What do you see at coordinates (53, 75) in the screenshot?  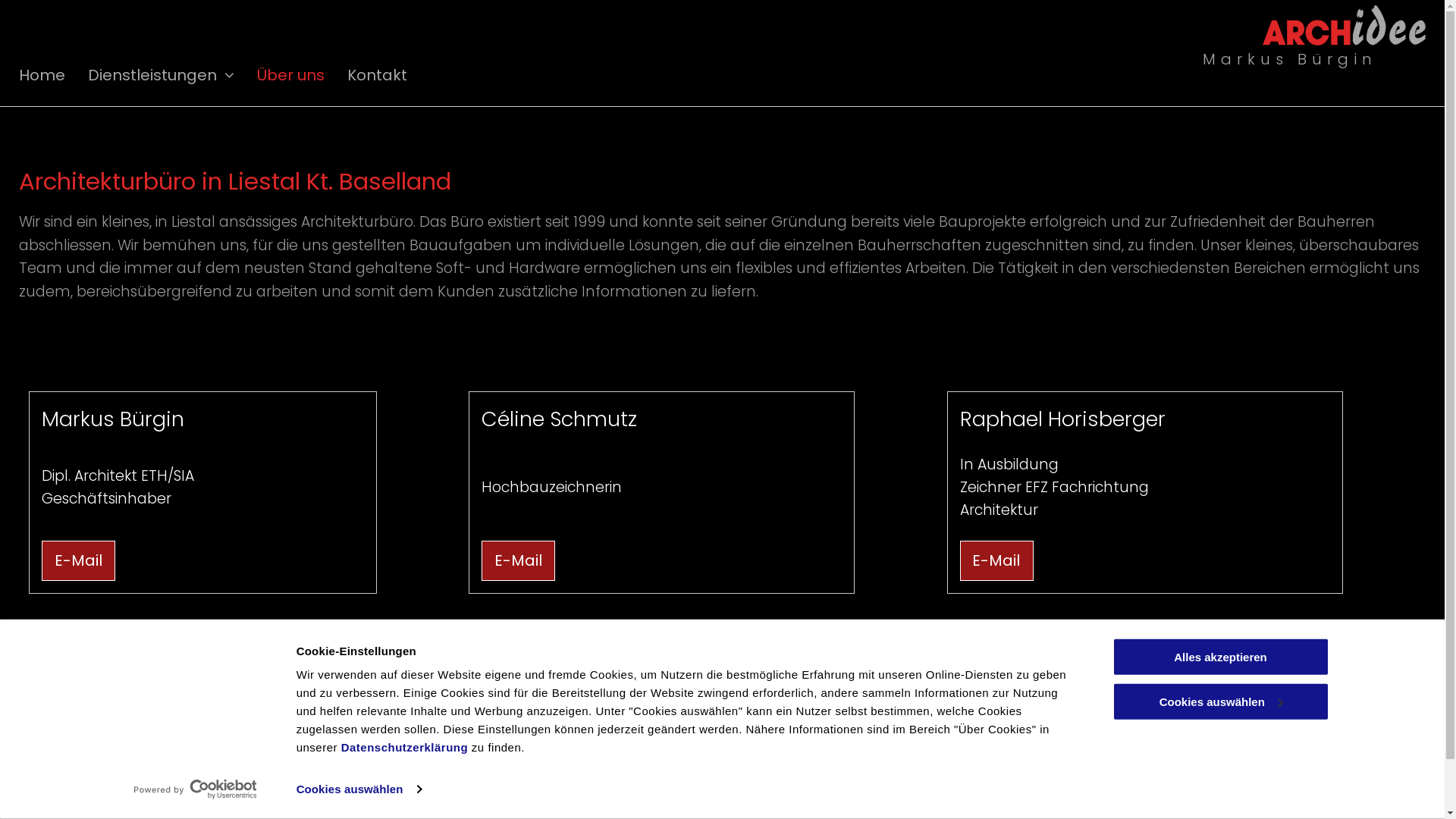 I see `'Home'` at bounding box center [53, 75].